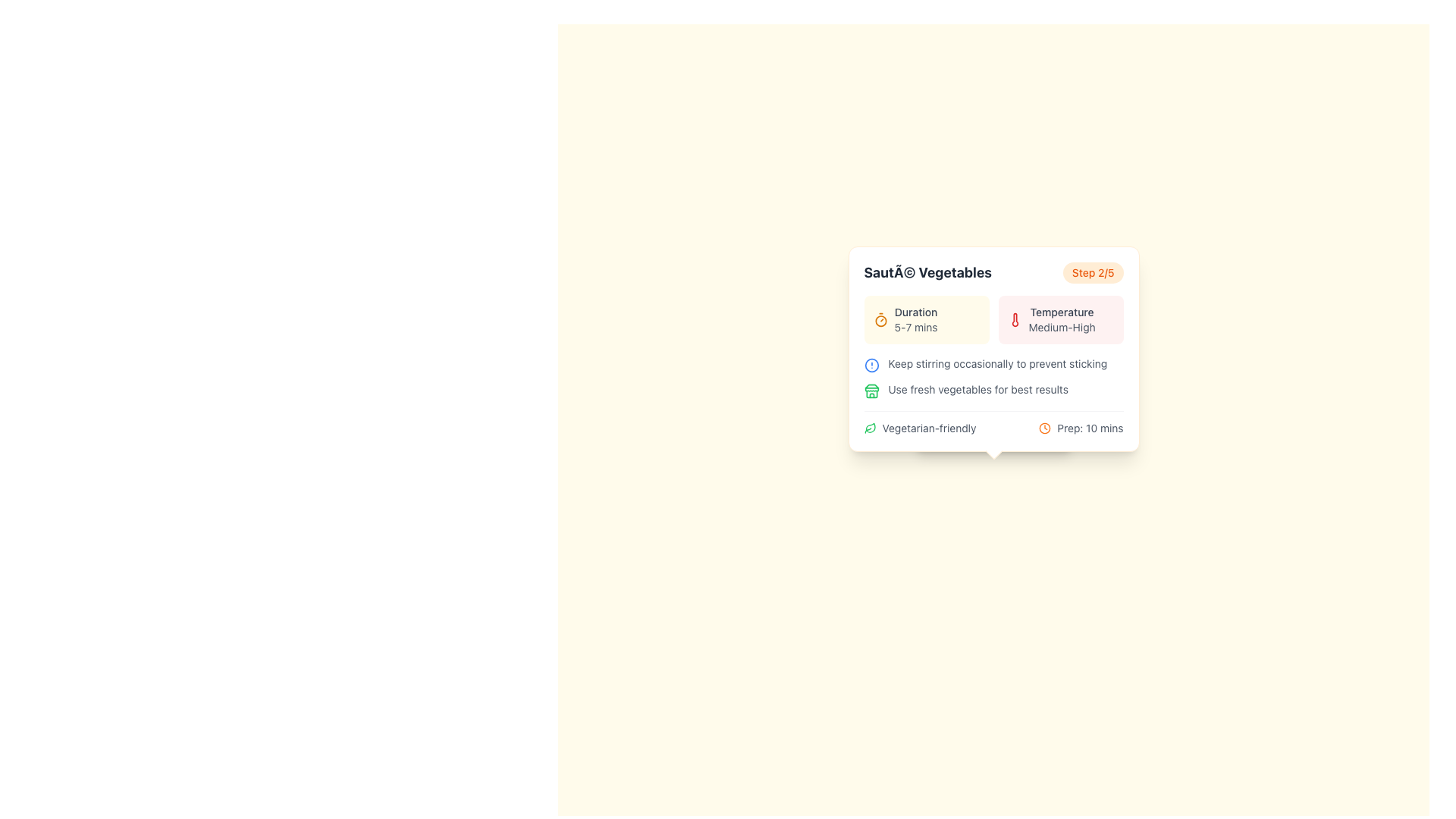 The image size is (1456, 819). I want to click on text of the 'Duration' label, which displays the word 'Duration' in gray color as part of the detailed information box, so click(915, 312).